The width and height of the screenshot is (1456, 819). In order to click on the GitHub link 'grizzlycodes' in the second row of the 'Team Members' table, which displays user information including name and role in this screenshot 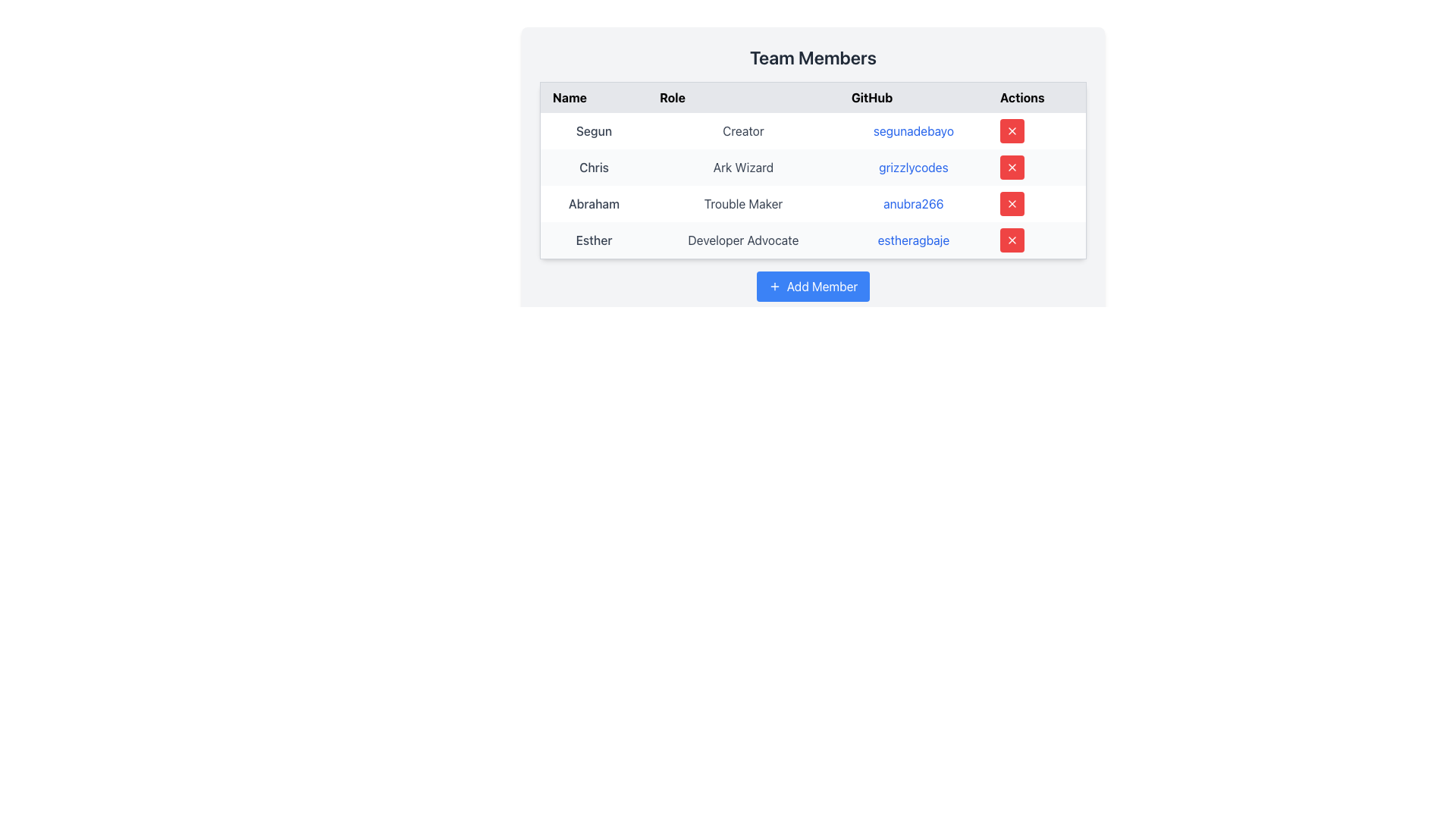, I will do `click(812, 167)`.